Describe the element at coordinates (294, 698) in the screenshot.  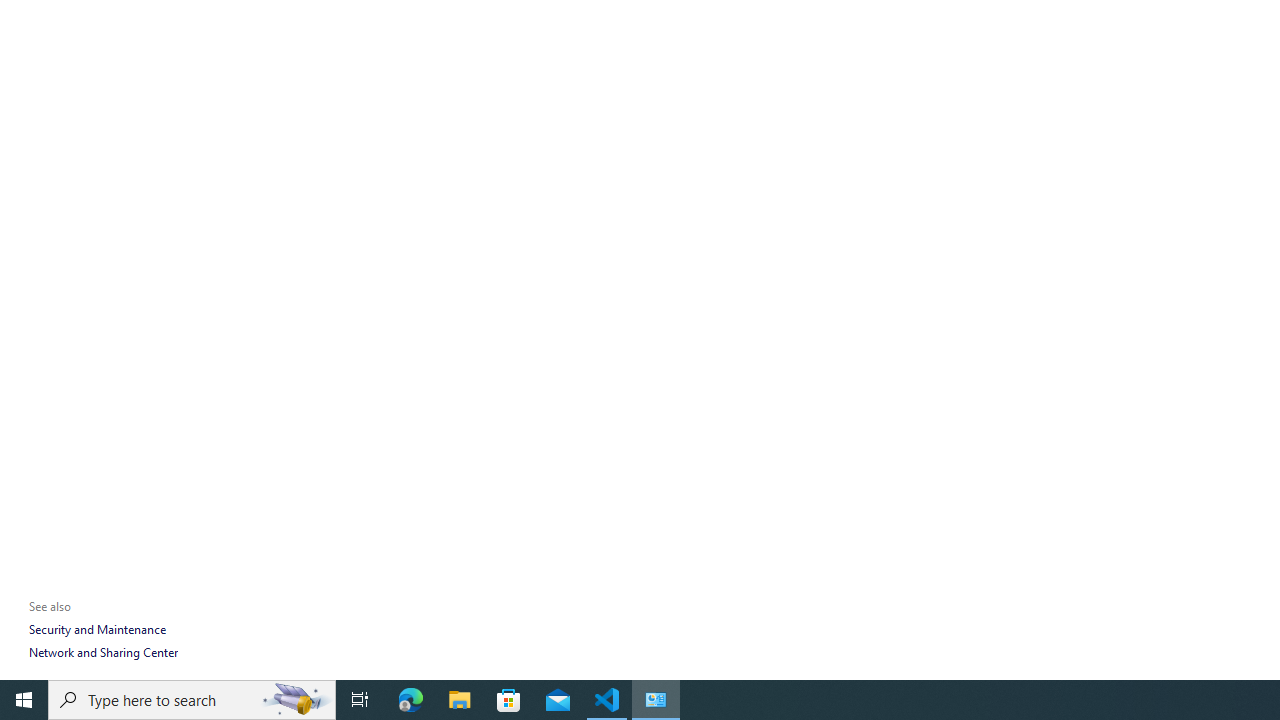
I see `'Search highlights icon opens search home window'` at that location.